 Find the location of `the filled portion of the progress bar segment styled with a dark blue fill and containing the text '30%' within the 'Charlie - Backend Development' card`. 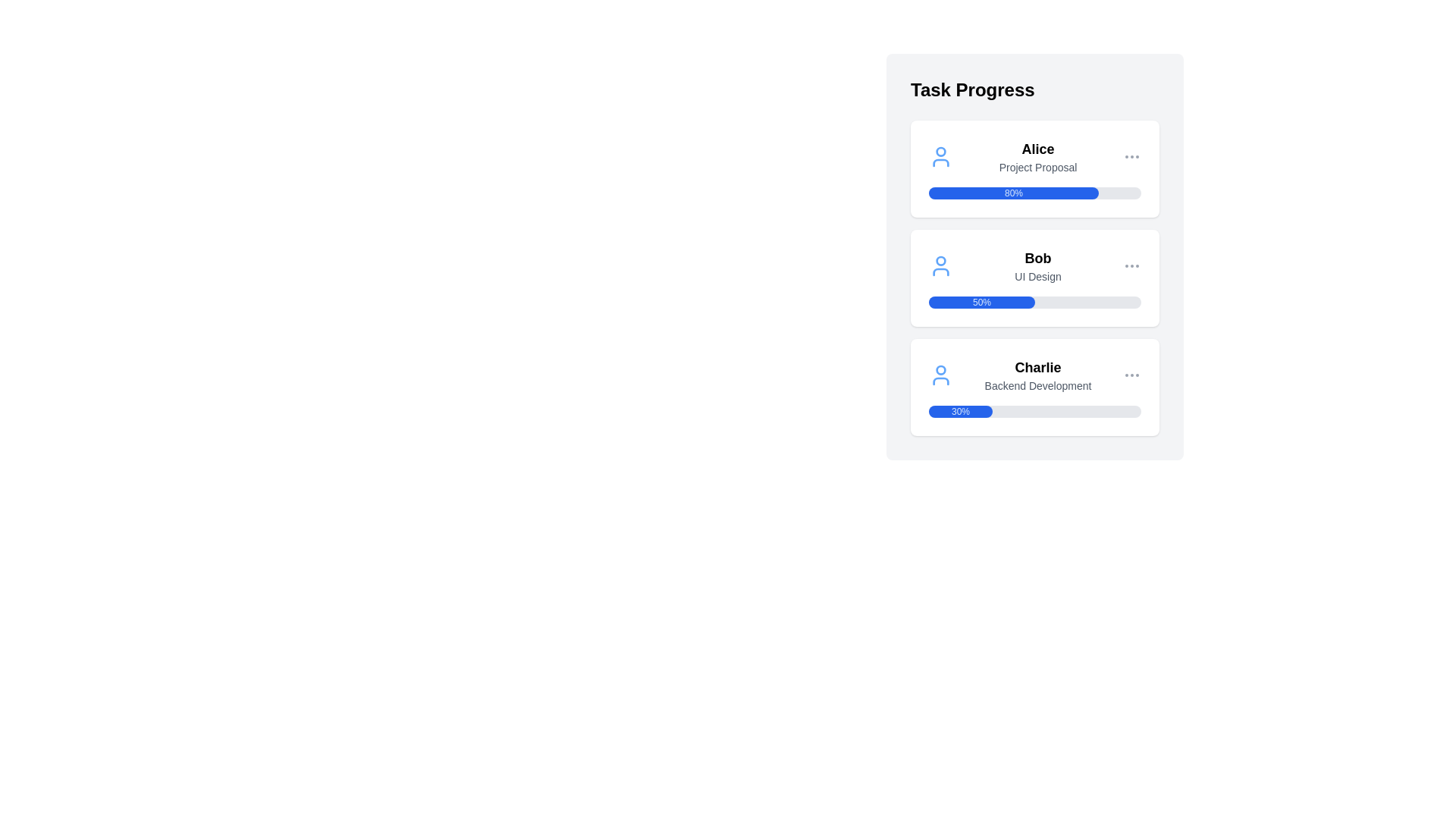

the filled portion of the progress bar segment styled with a dark blue fill and containing the text '30%' within the 'Charlie - Backend Development' card is located at coordinates (960, 412).